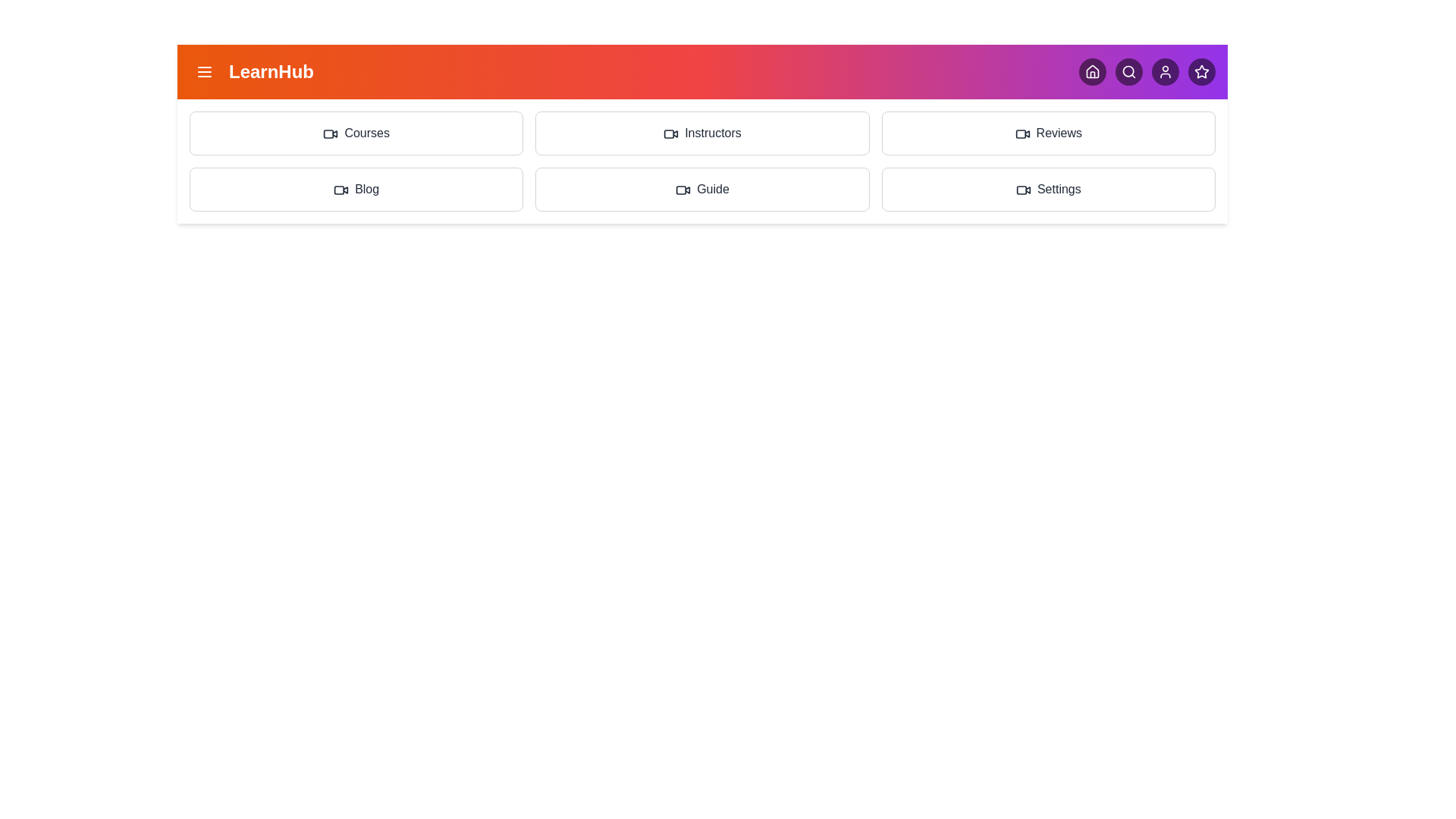 The height and width of the screenshot is (819, 1456). What do you see at coordinates (1128, 72) in the screenshot?
I see `the navigation icon corresponding to Search` at bounding box center [1128, 72].